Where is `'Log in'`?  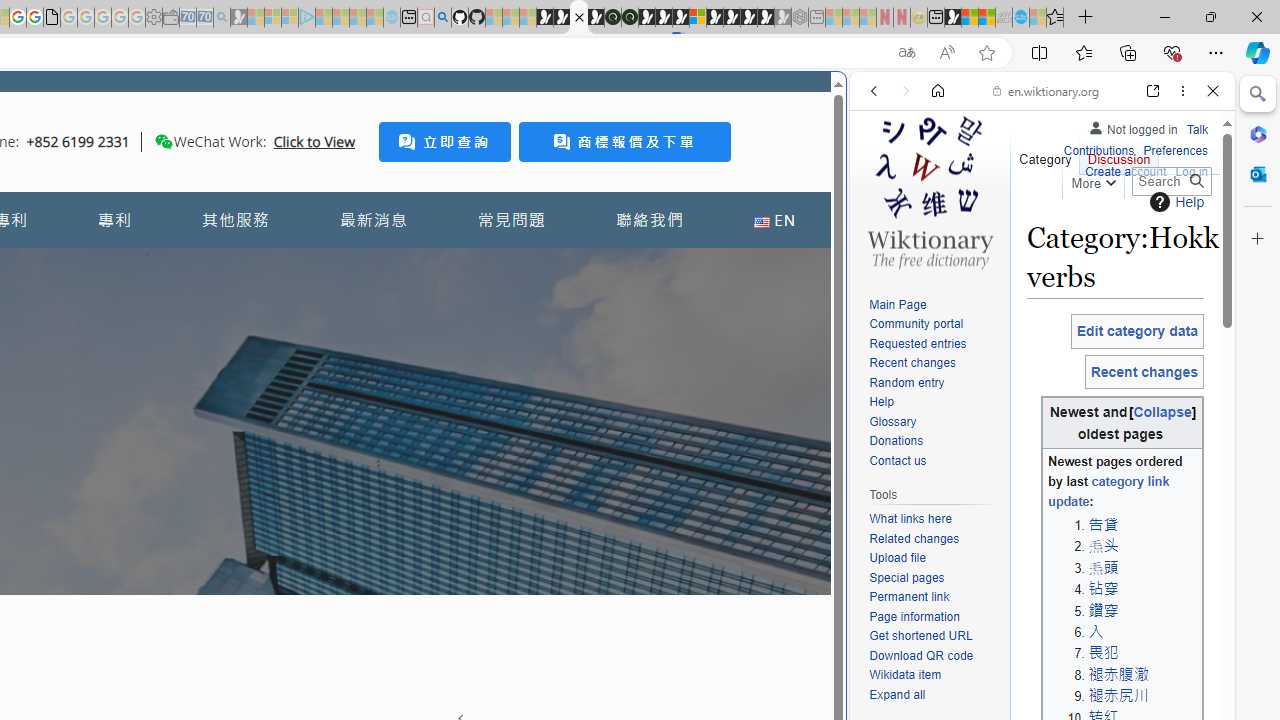
'Log in' is located at coordinates (1191, 171).